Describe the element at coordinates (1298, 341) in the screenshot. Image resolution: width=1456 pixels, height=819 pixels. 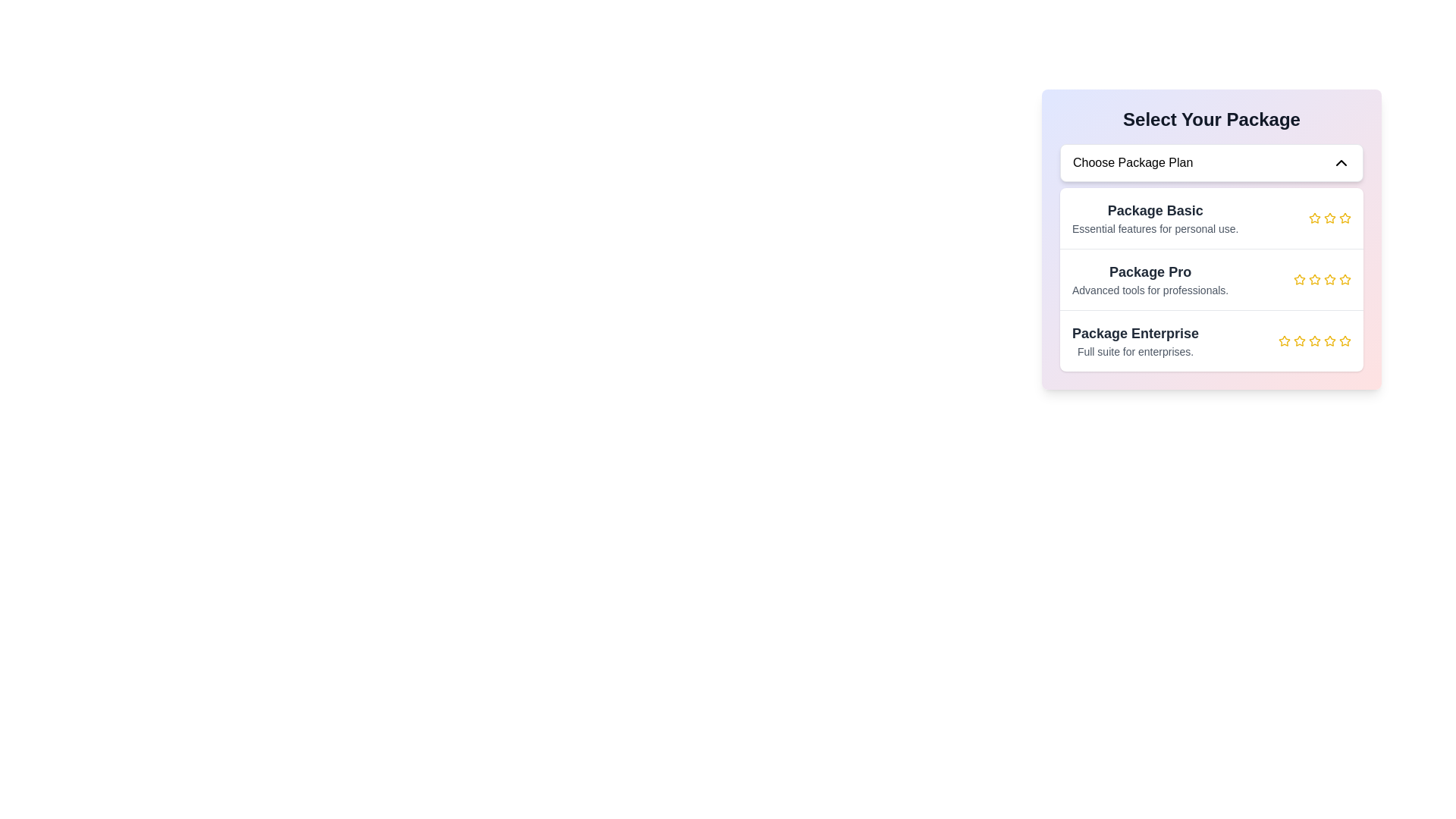
I see `the third star icon in the five-star rating system for the 'Package Enterprise' option in the 'Select Your Package' section` at that location.